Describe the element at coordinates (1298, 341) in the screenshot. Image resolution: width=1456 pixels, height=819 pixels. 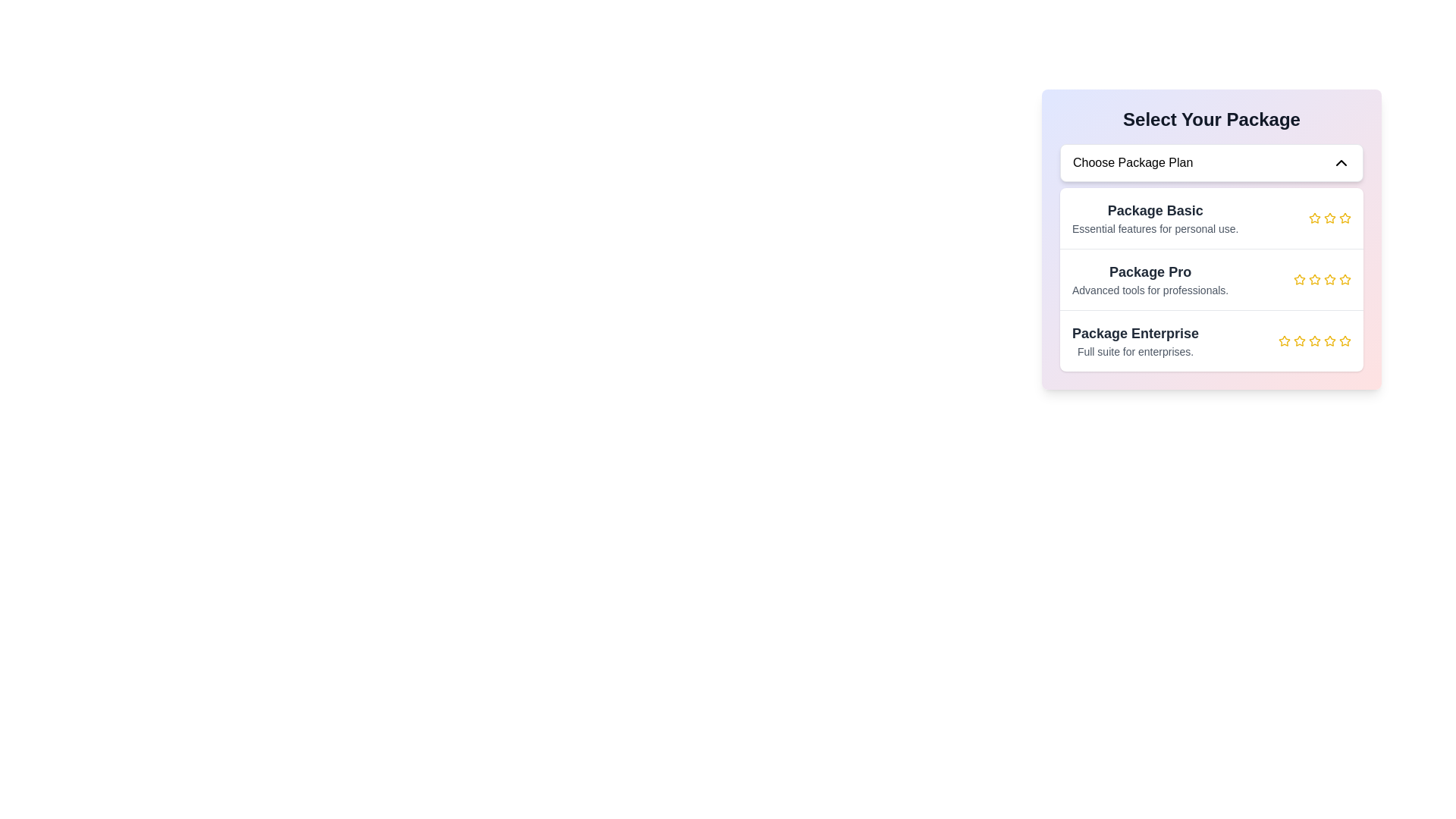
I see `the third star icon in the five-star rating system for the 'Package Enterprise' option in the 'Select Your Package' section` at that location.